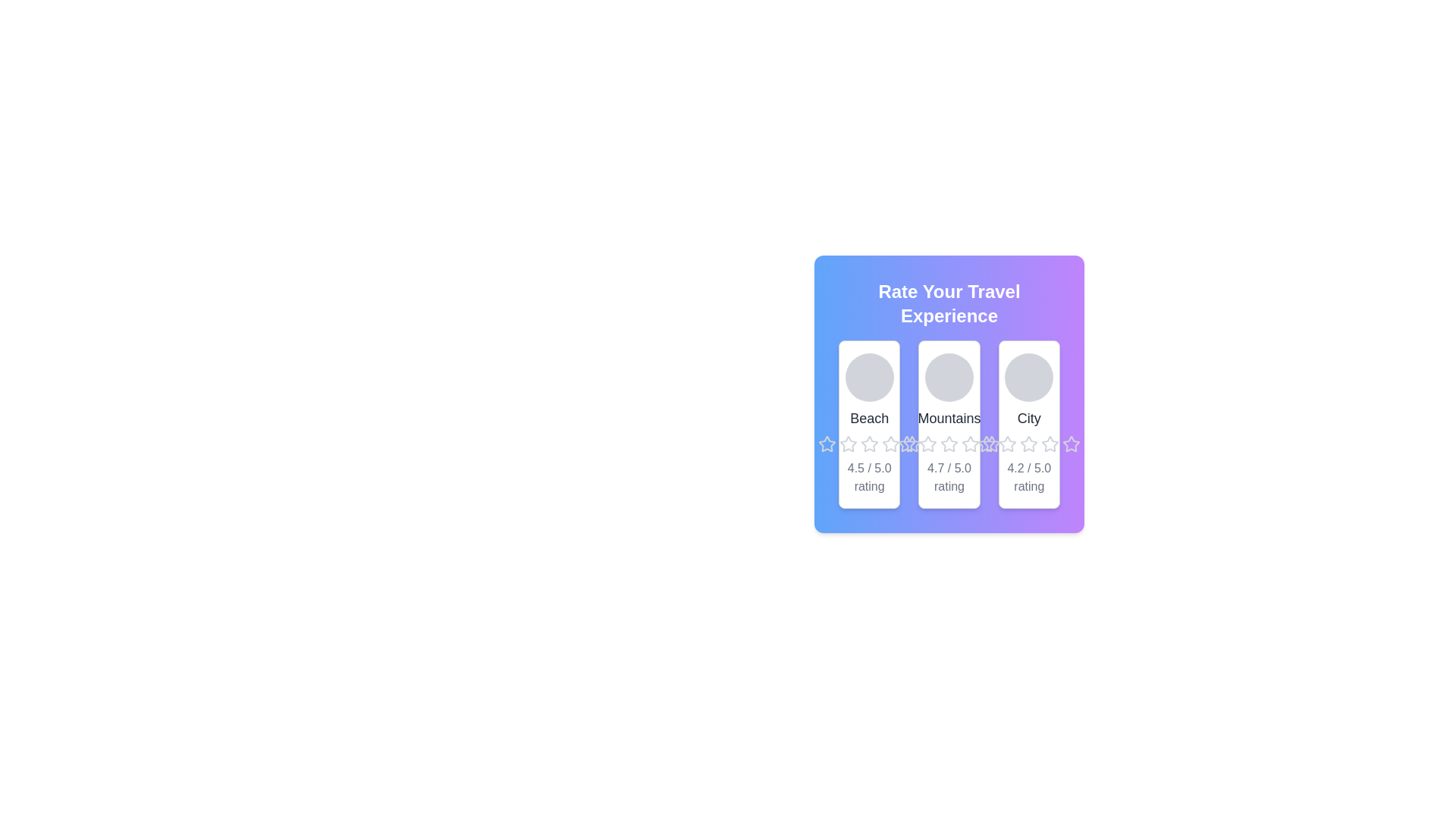 This screenshot has width=1456, height=819. I want to click on the fourth star icon in the rating system for the 'Mountains' travel experience, so click(992, 444).